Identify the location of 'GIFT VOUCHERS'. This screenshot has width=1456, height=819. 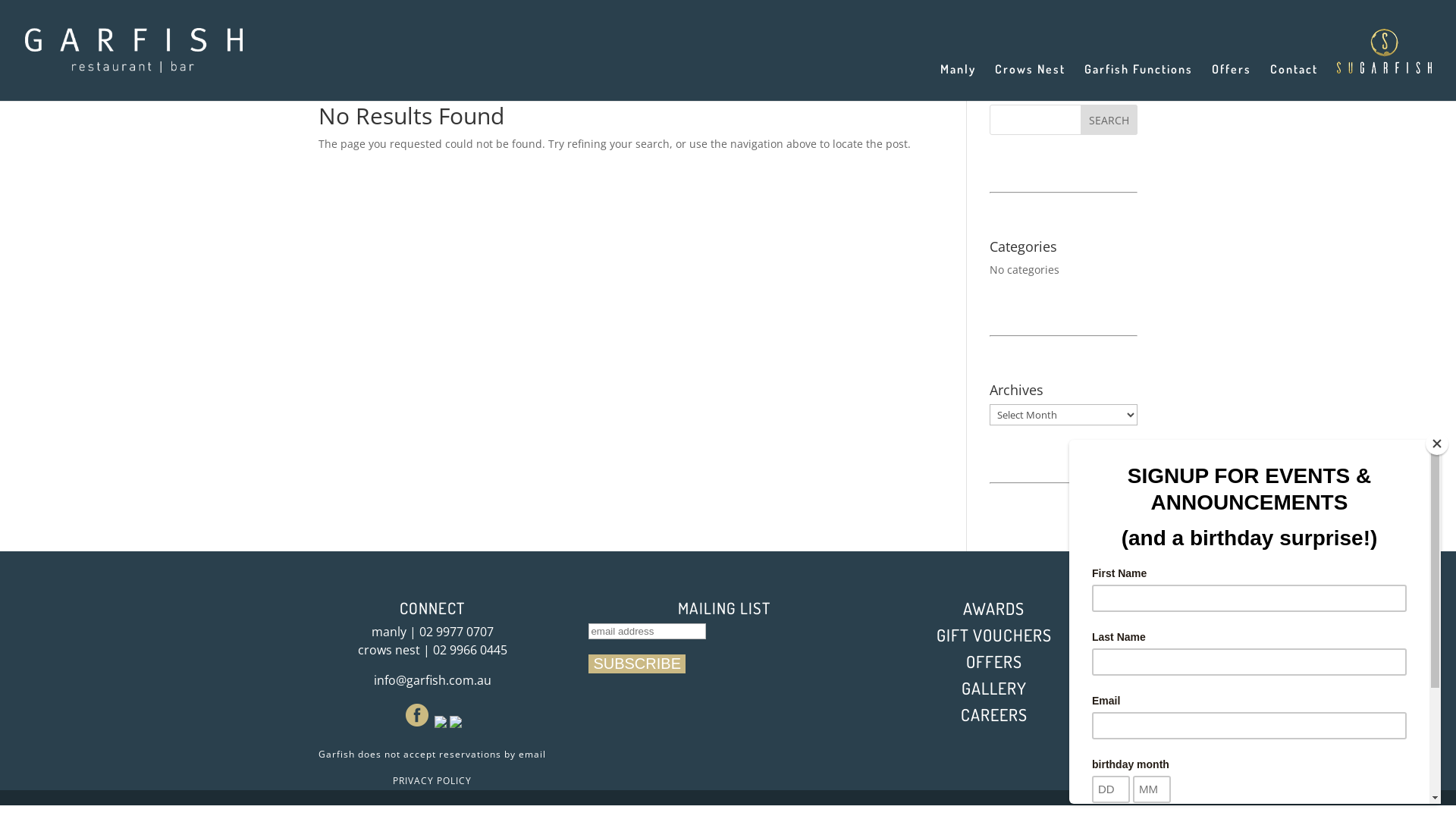
(993, 635).